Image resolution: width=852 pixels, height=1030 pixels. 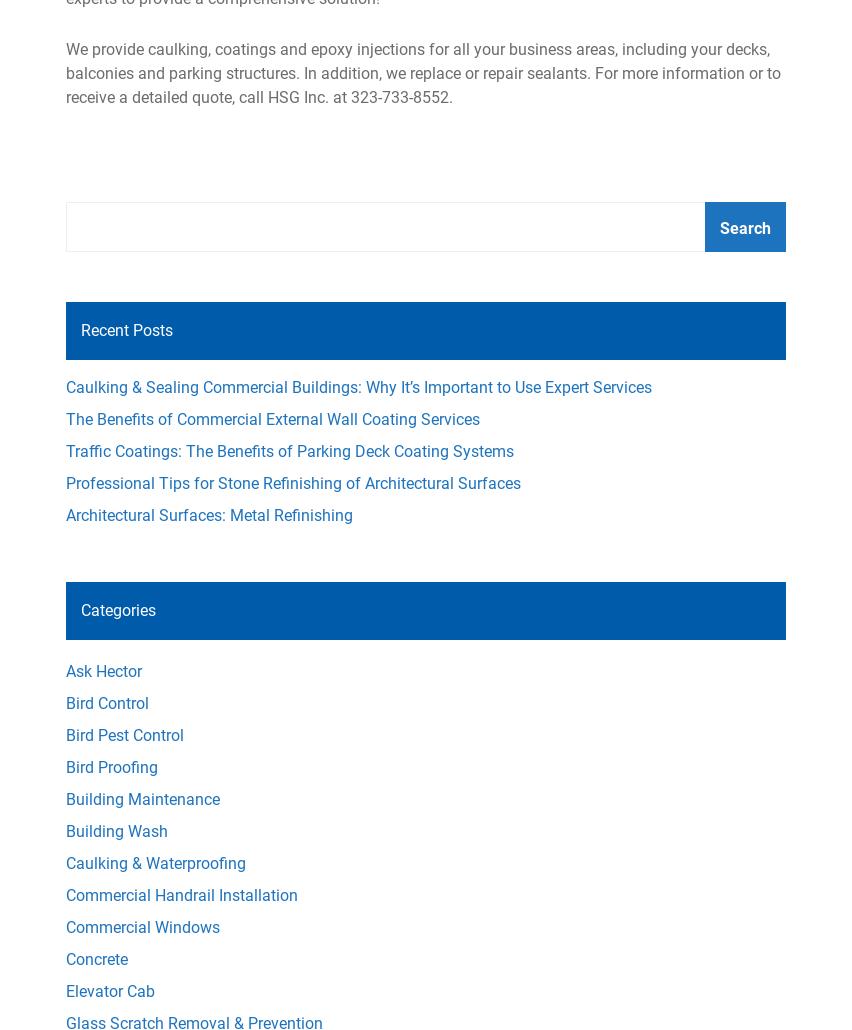 I want to click on 'Recent Posts', so click(x=127, y=328).